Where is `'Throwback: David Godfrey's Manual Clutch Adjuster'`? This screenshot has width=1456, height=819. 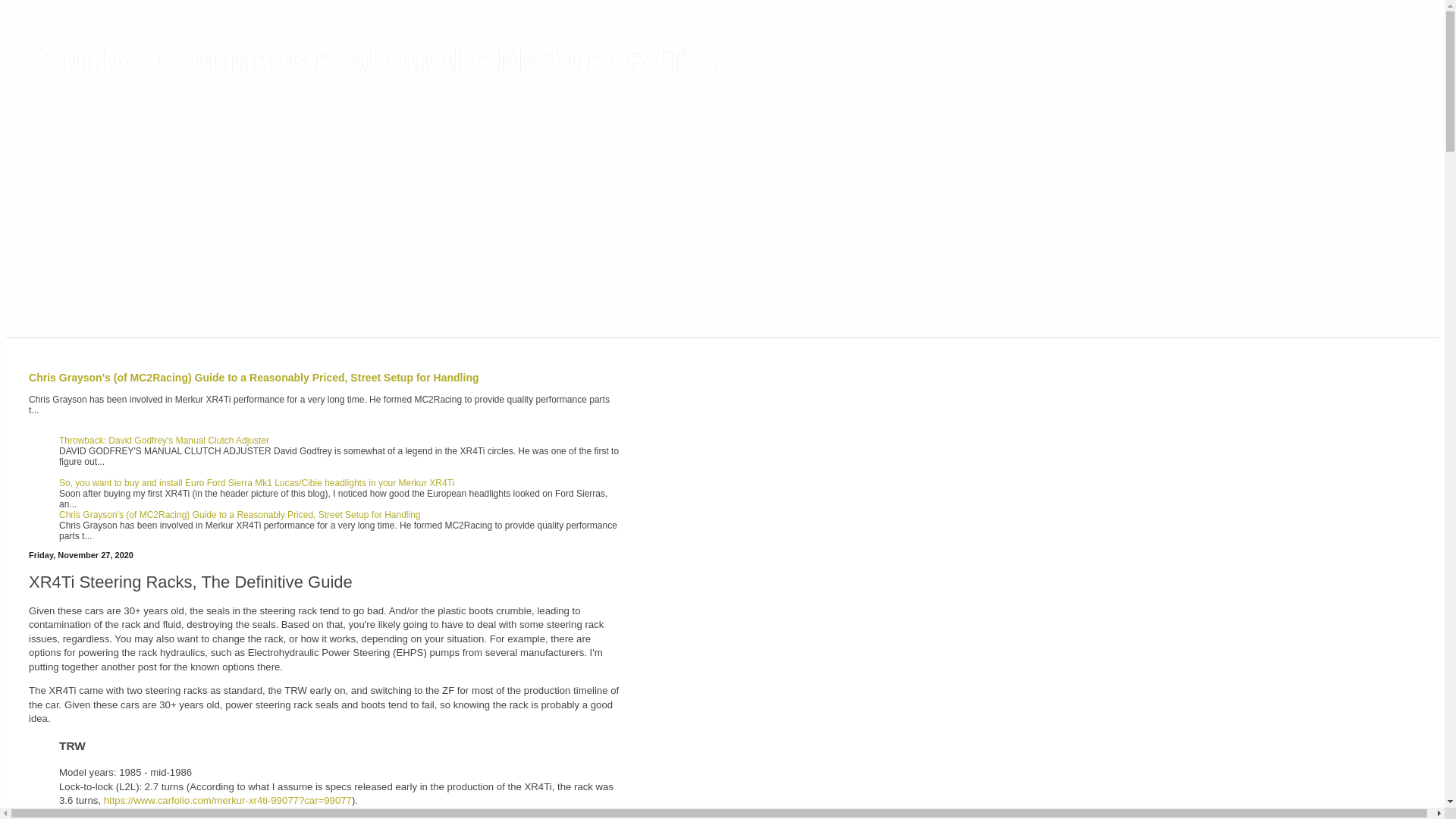 'Throwback: David Godfrey's Manual Clutch Adjuster' is located at coordinates (58, 441).